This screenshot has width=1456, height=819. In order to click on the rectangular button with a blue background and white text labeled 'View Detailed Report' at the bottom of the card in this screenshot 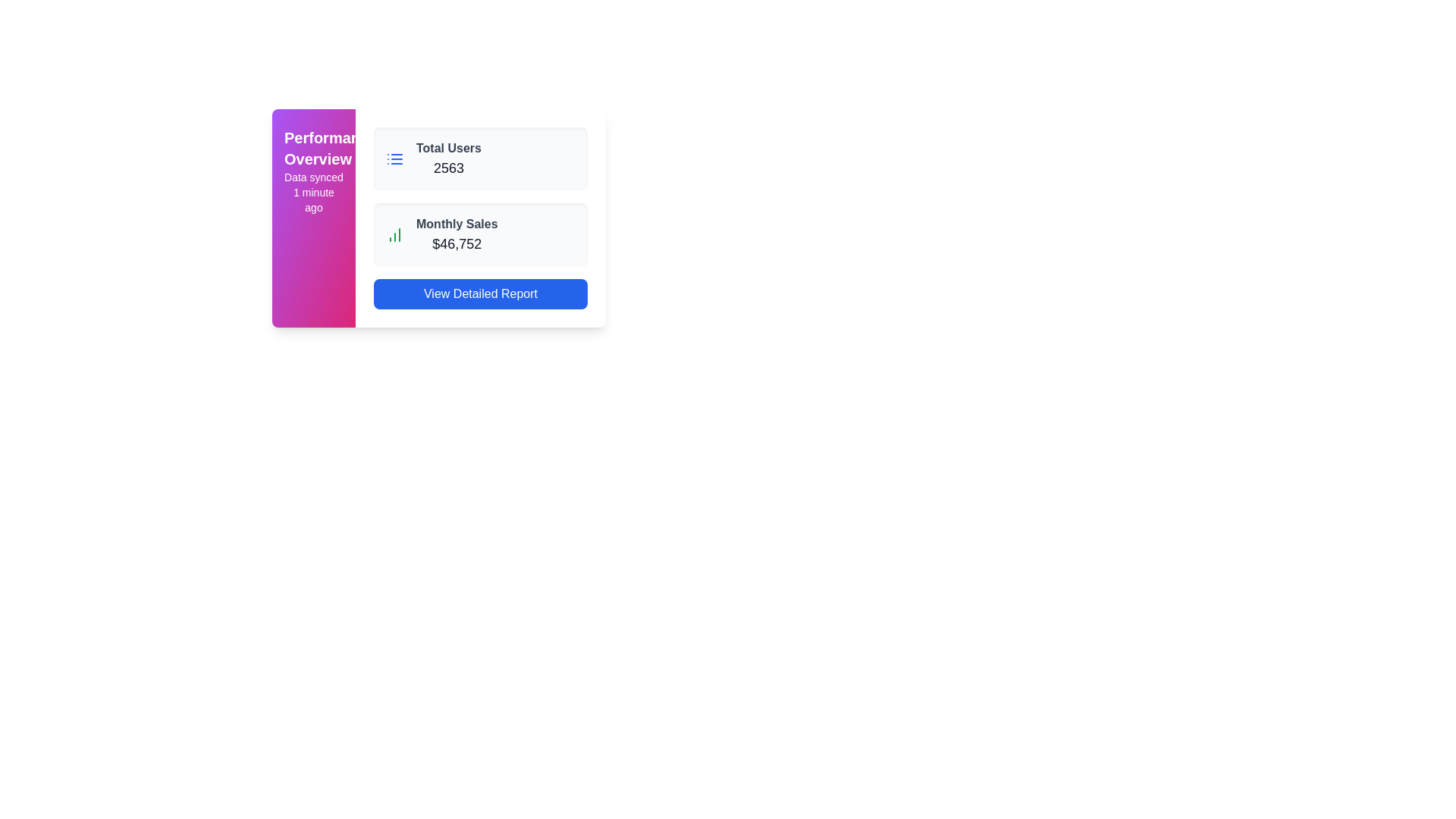, I will do `click(479, 294)`.